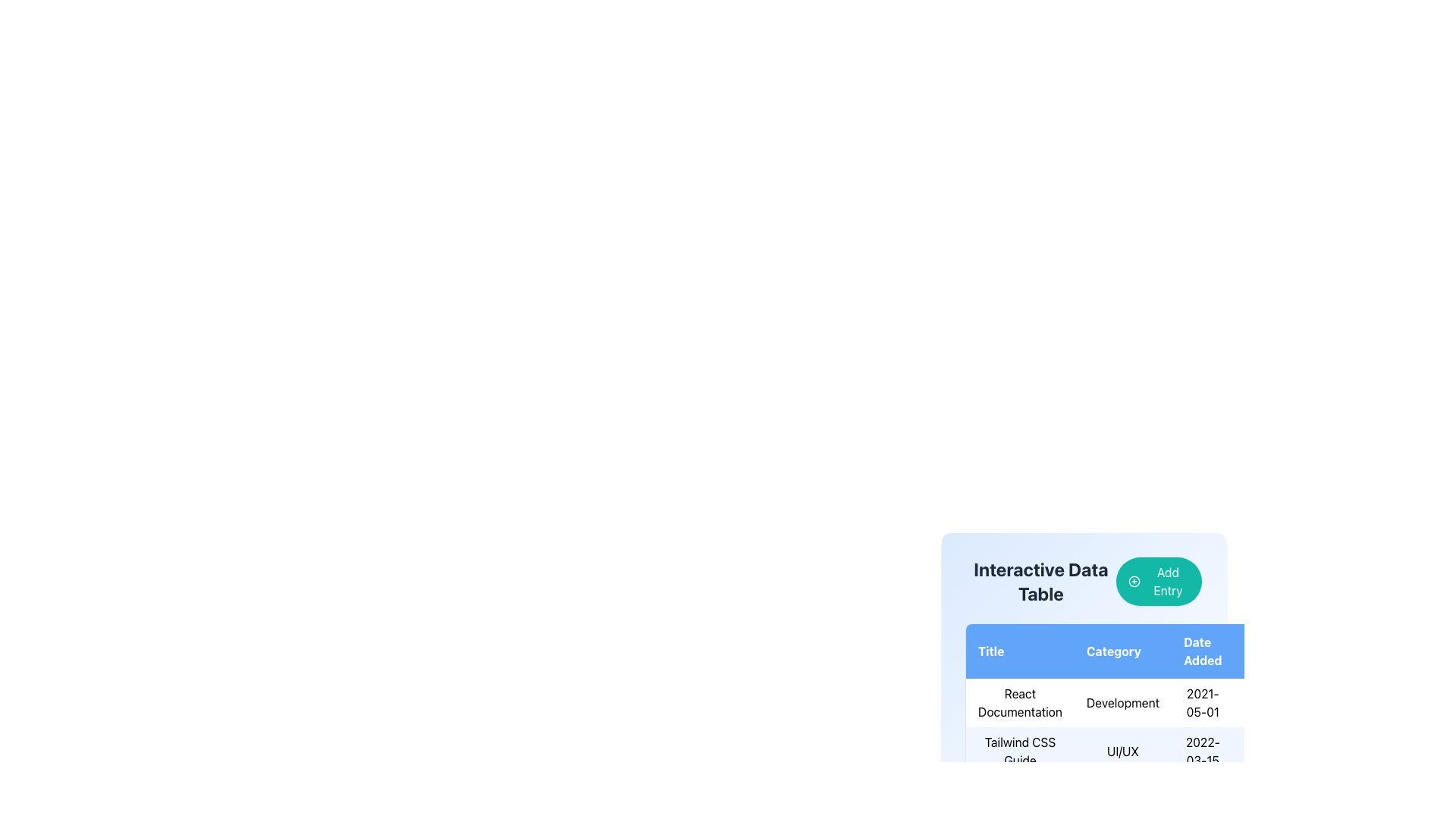 The image size is (1456, 819). What do you see at coordinates (1134, 726) in the screenshot?
I see `the second row of the data table containing the cells 'Tailwind CSS Guide', 'UI/UX', and '2022-03-15'` at bounding box center [1134, 726].